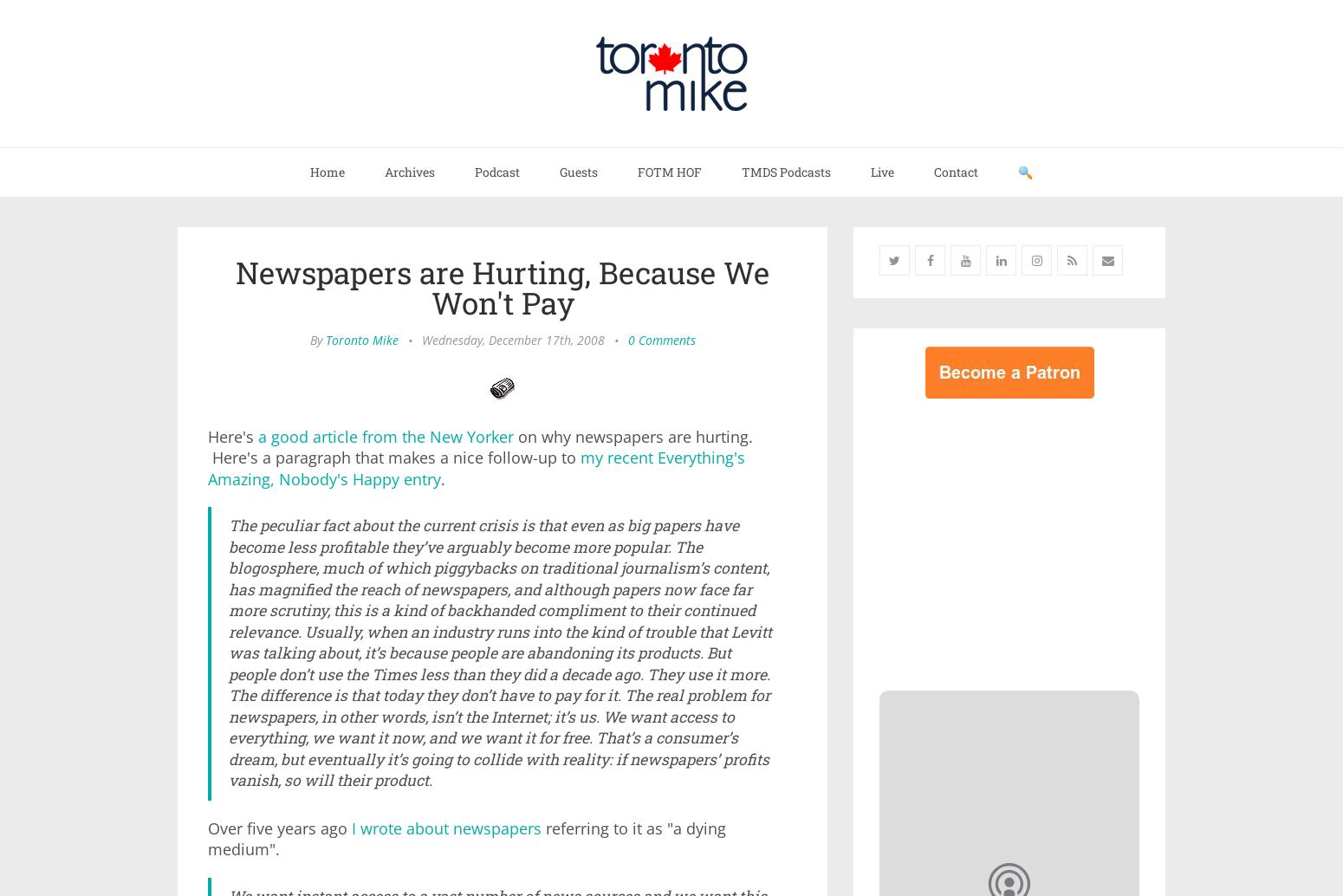 This screenshot has width=1343, height=896. Describe the element at coordinates (476, 467) in the screenshot. I see `'my recent Everything's Amazing, Nobody's Happy entry'` at that location.